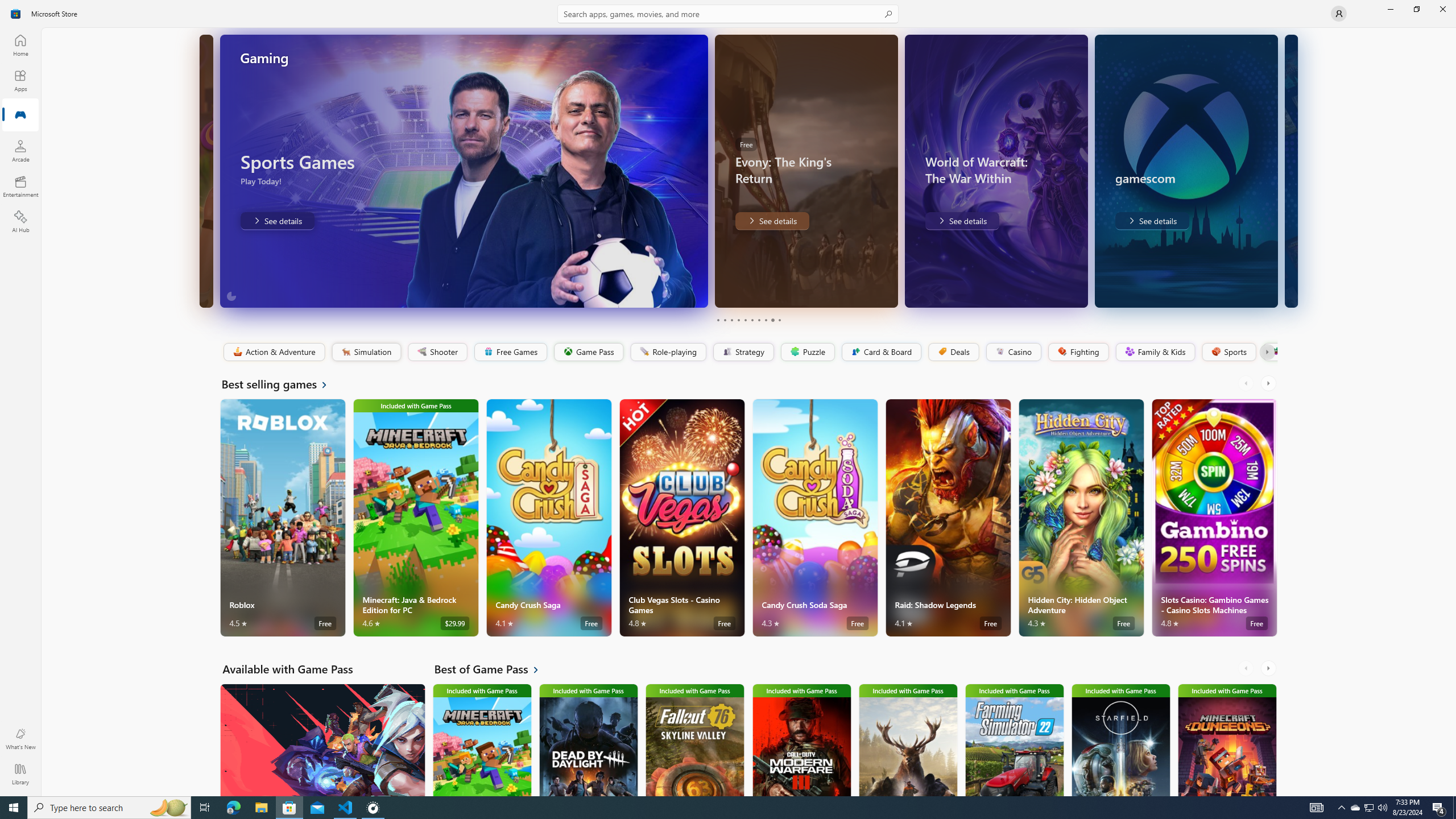  What do you see at coordinates (751, 320) in the screenshot?
I see `'Page 6'` at bounding box center [751, 320].